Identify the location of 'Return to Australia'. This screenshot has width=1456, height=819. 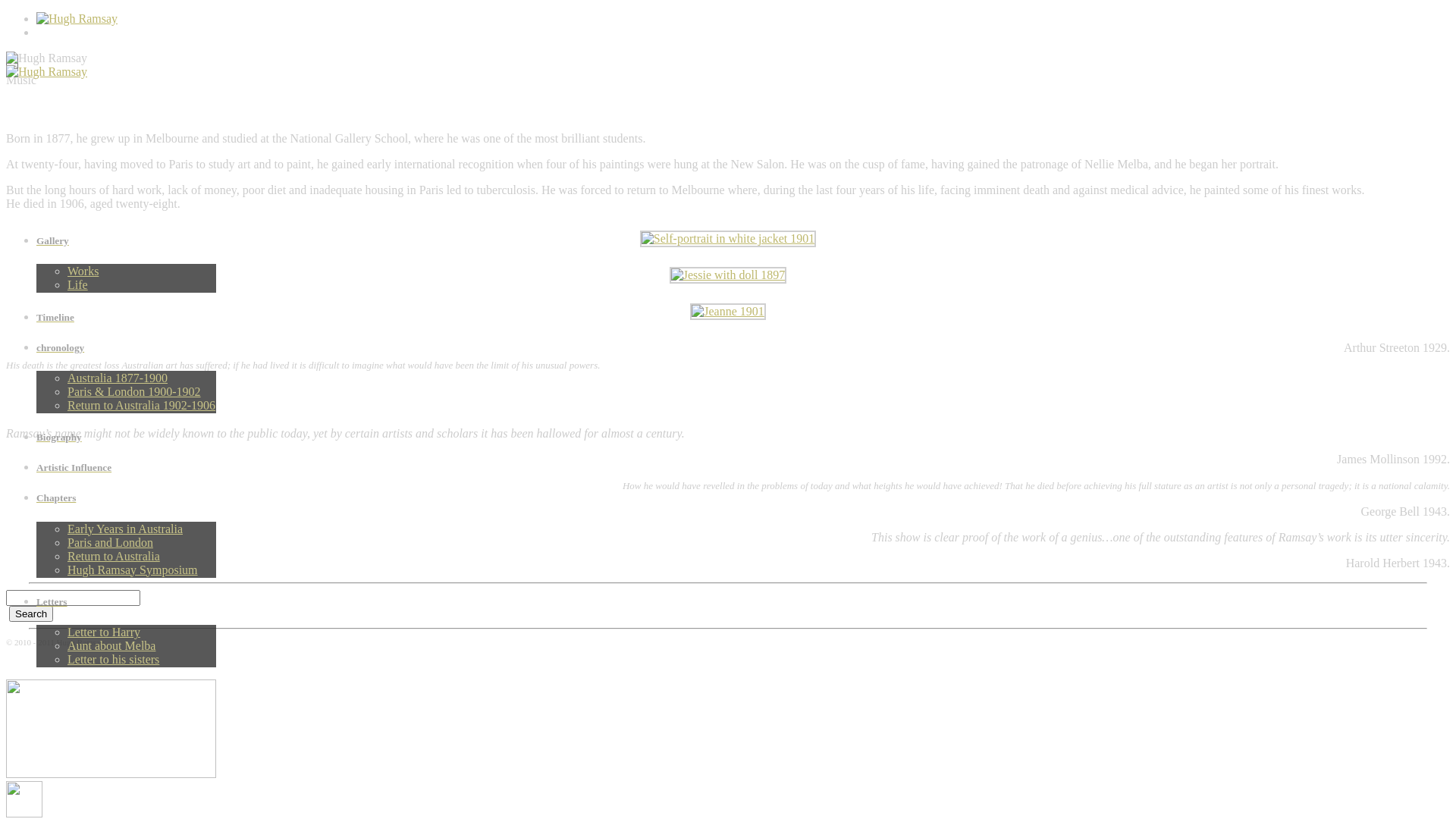
(112, 556).